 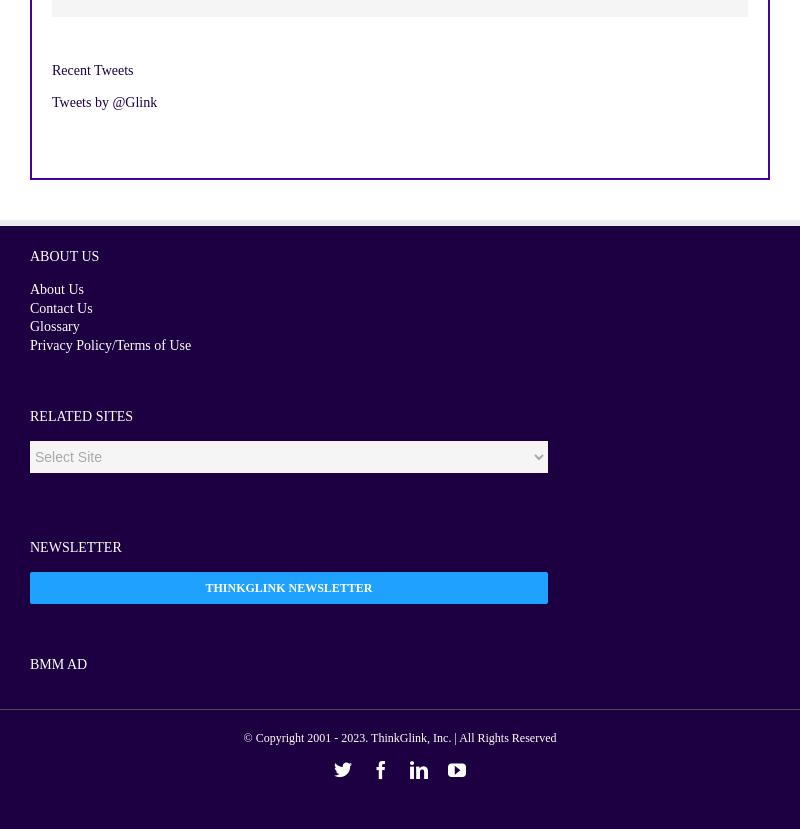 I want to click on 'Privacy Policy', so click(x=71, y=344).